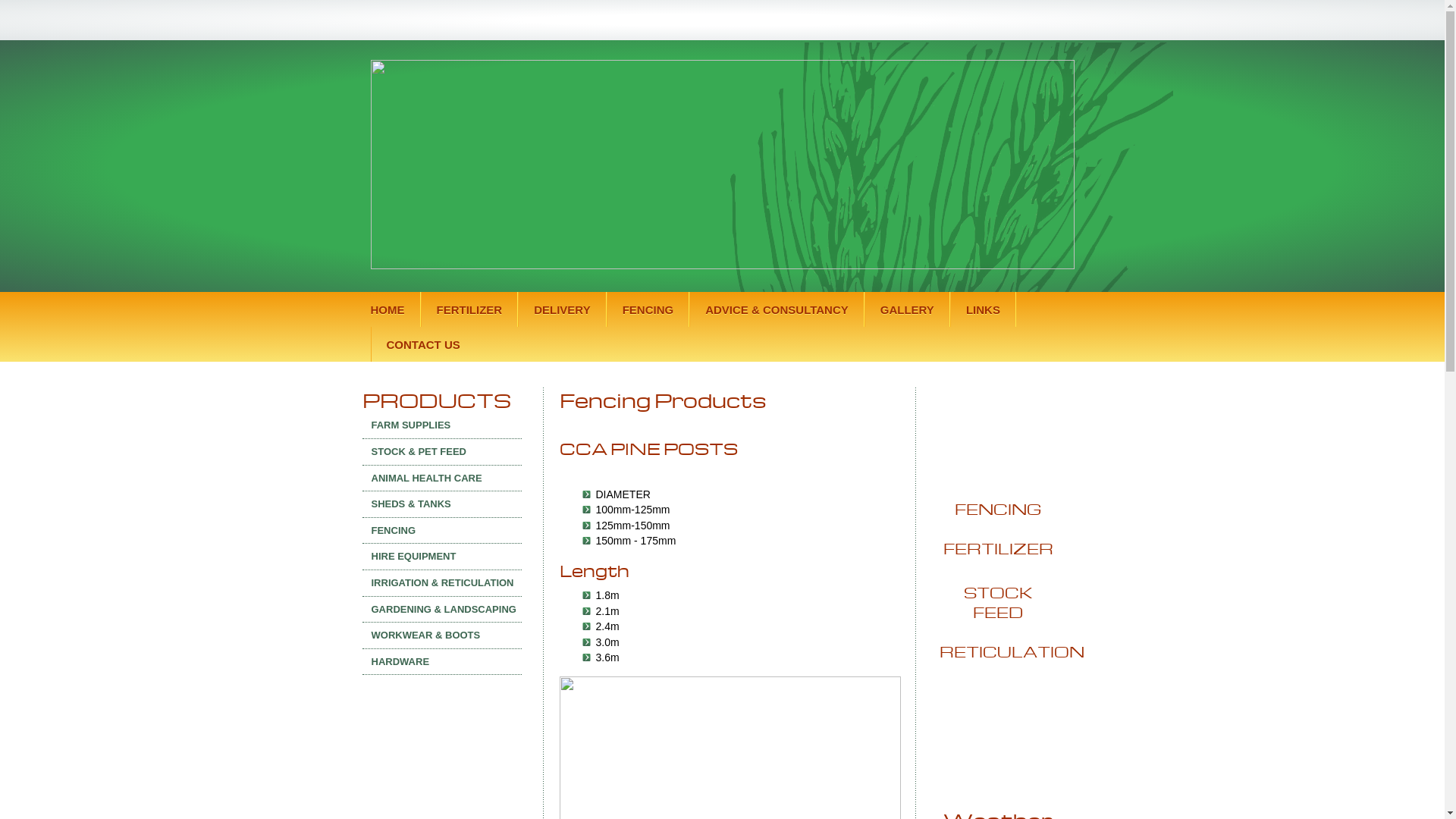  I want to click on 'HOME', so click(395, 309).